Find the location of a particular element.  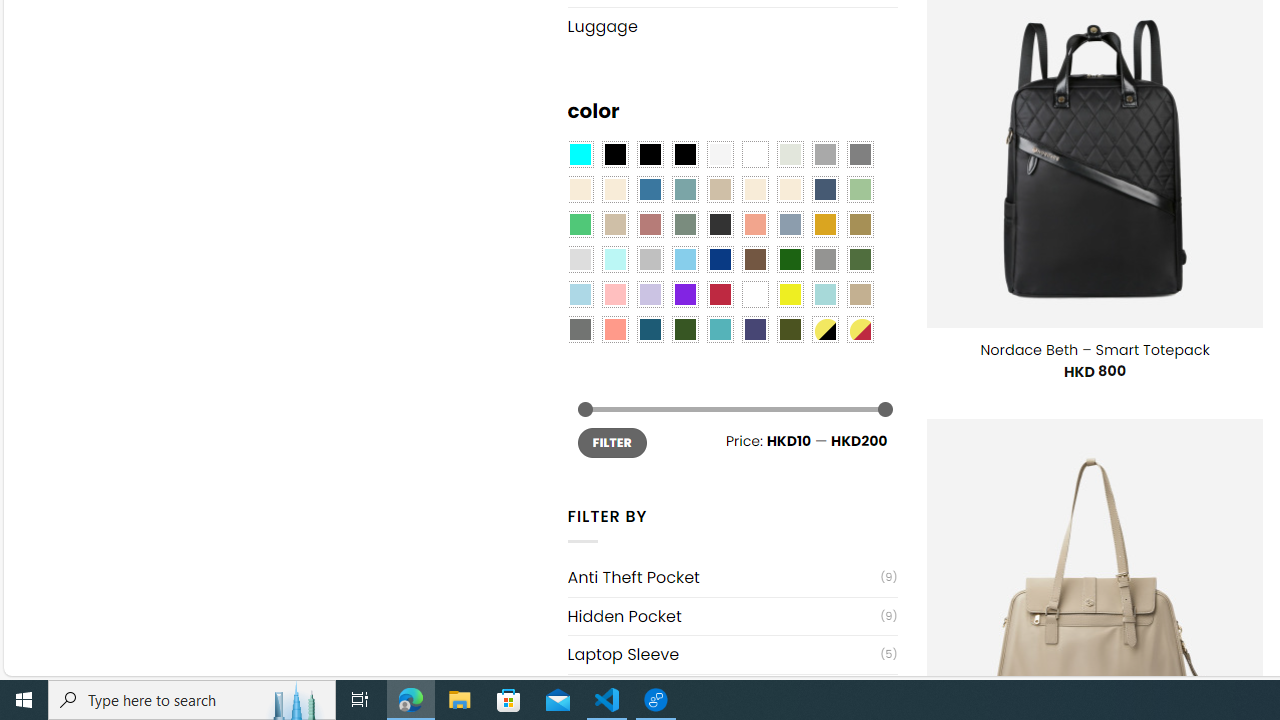

'Kelp' is located at coordinates (860, 225).